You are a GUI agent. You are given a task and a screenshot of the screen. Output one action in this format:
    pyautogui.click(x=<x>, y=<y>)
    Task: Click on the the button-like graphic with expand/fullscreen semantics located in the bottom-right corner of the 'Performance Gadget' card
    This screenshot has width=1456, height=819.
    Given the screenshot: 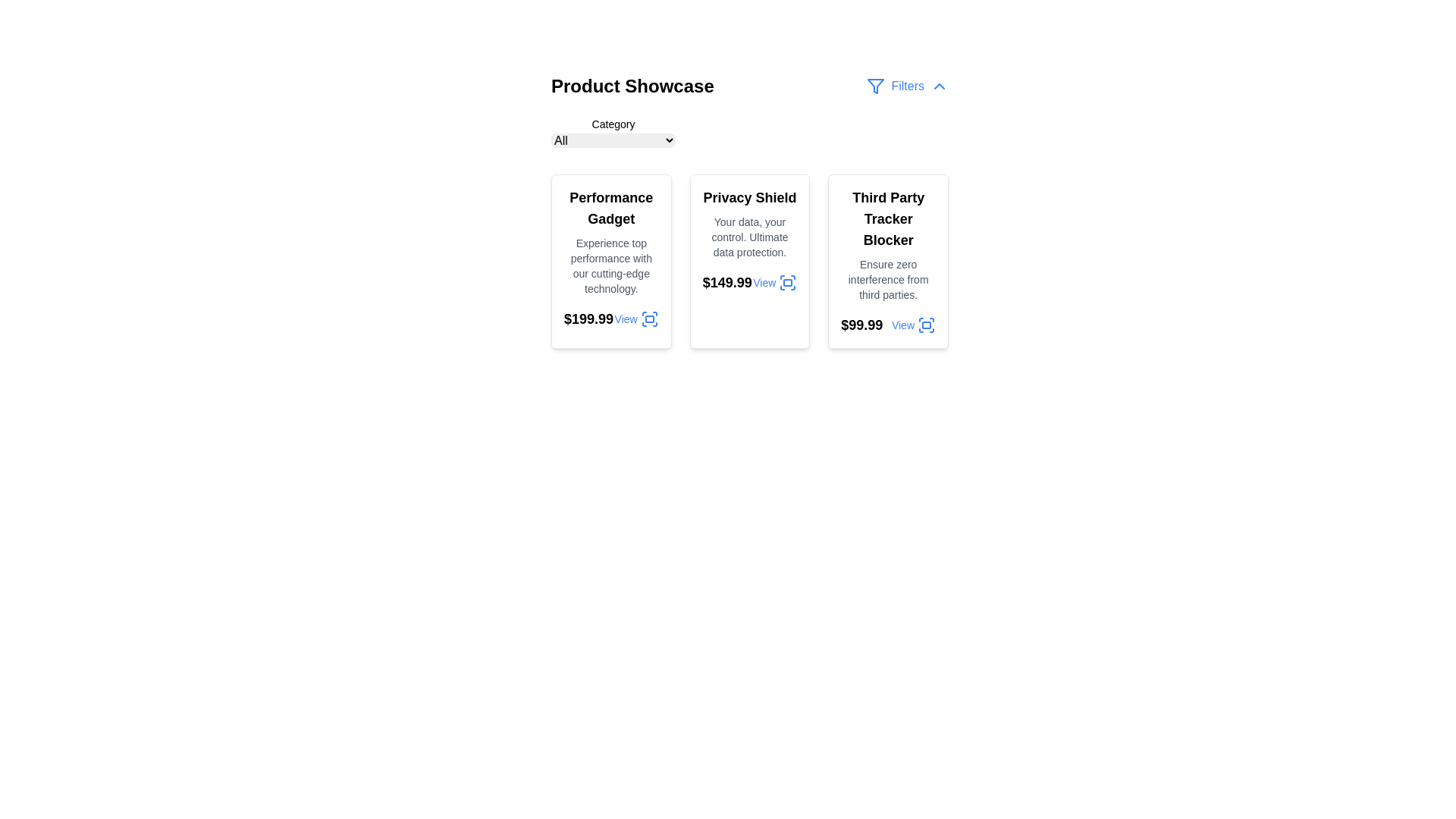 What is the action you would take?
    pyautogui.click(x=649, y=318)
    